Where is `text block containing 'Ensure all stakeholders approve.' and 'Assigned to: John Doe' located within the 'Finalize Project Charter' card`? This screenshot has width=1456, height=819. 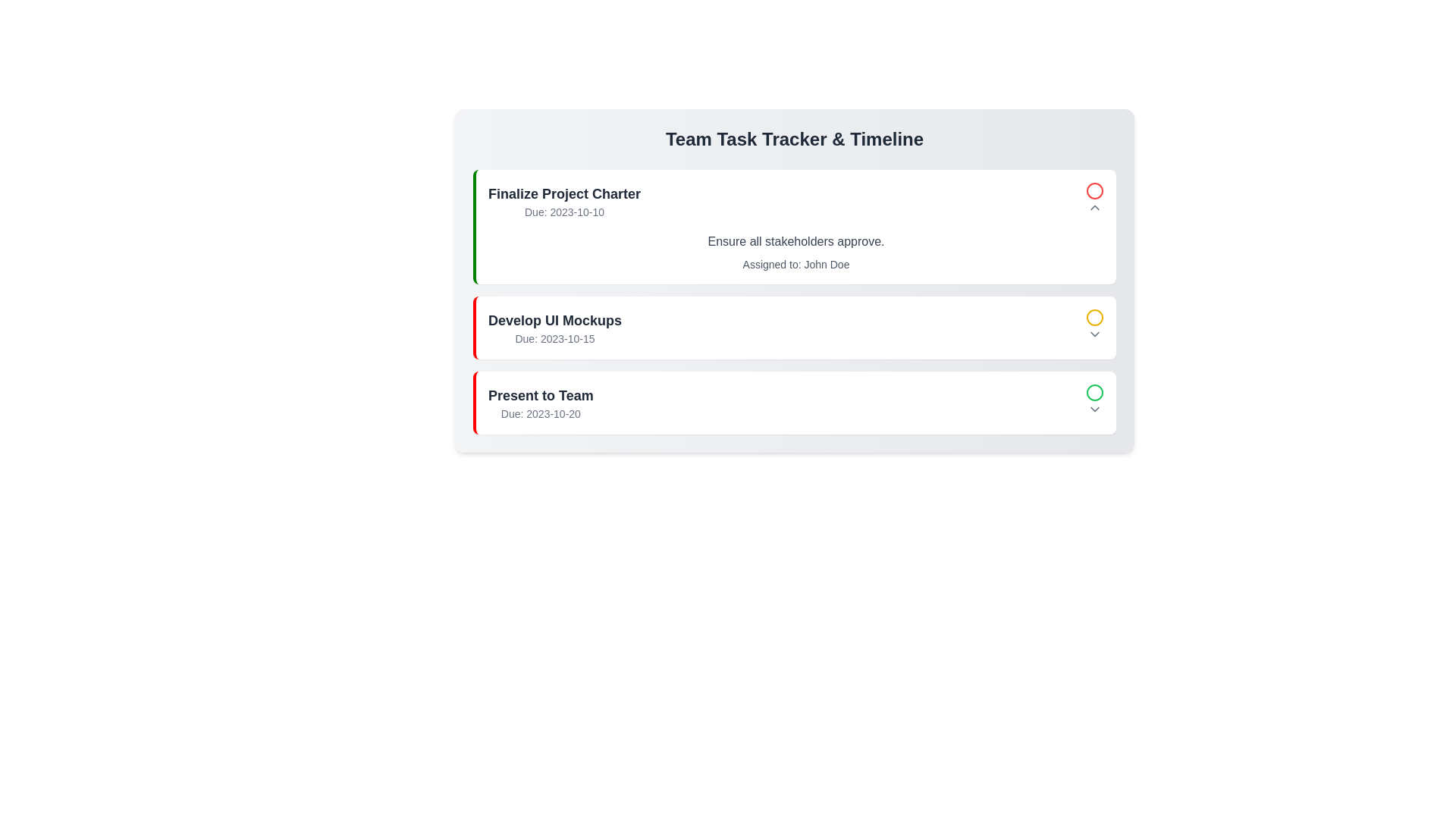 text block containing 'Ensure all stakeholders approve.' and 'Assigned to: John Doe' located within the 'Finalize Project Charter' card is located at coordinates (795, 251).